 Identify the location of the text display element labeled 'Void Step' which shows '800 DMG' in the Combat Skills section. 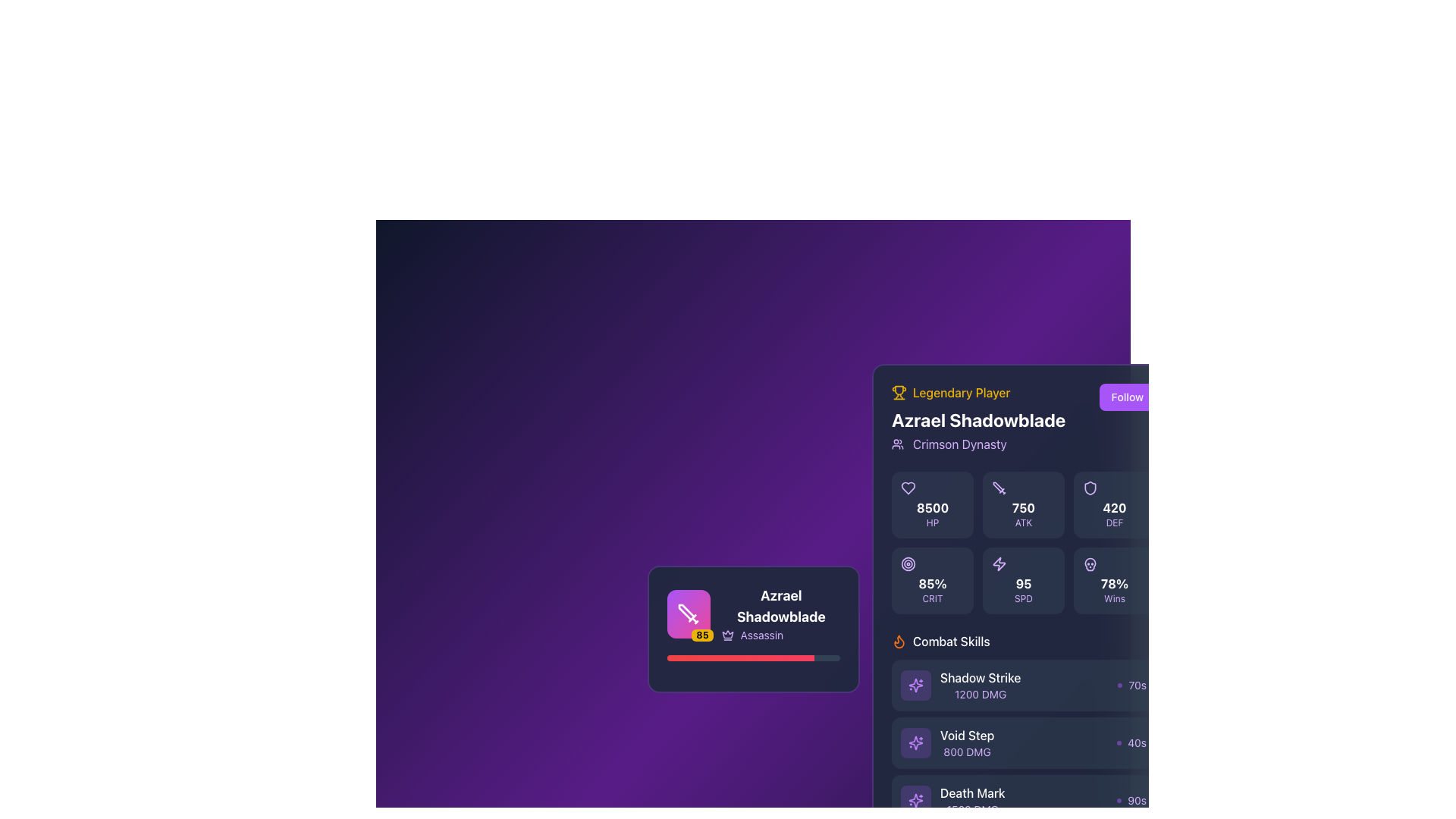
(966, 742).